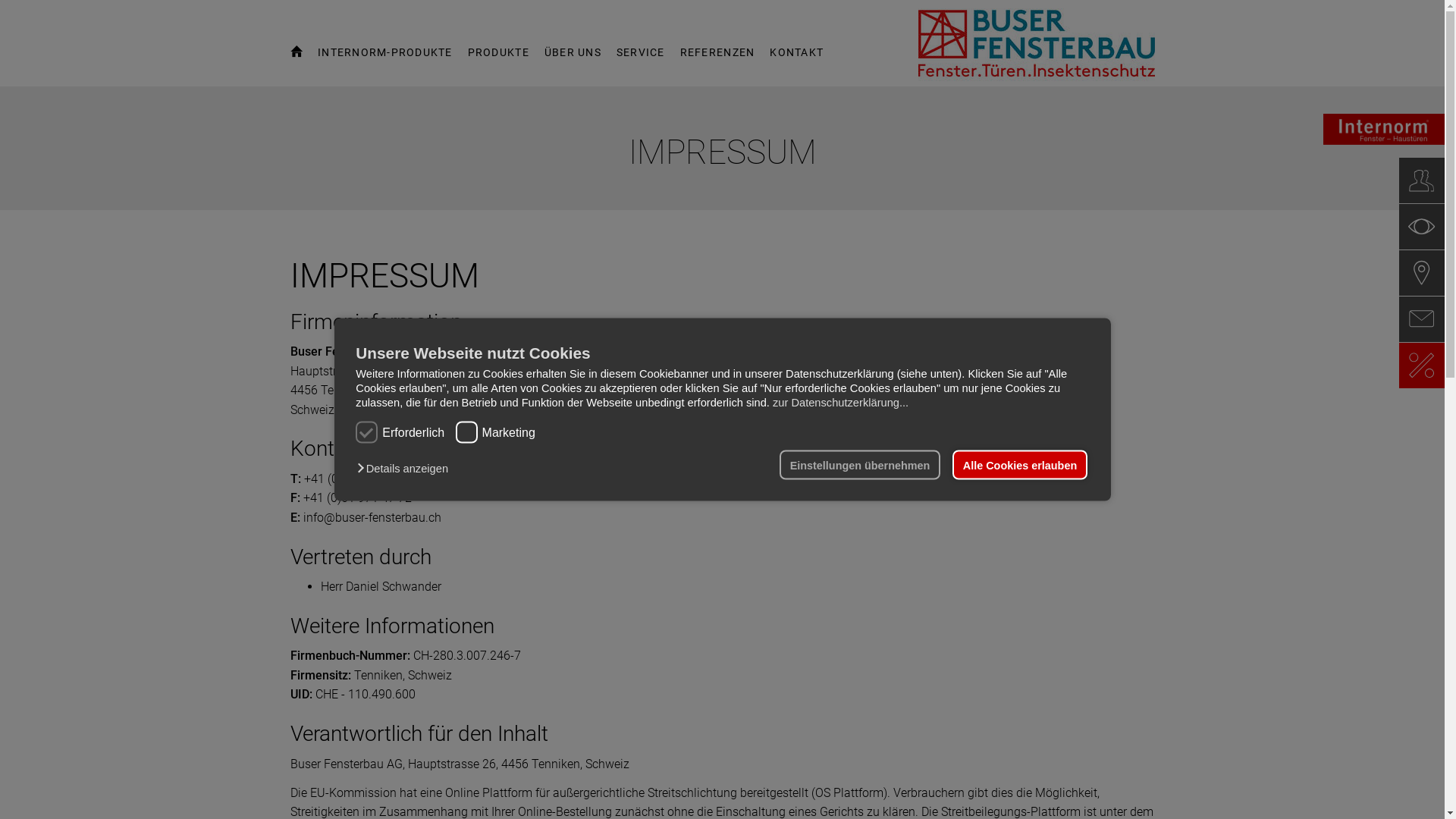 This screenshot has height=819, width=1456. Describe the element at coordinates (1019, 464) in the screenshot. I see `'Alle Cookies erlauben'` at that location.